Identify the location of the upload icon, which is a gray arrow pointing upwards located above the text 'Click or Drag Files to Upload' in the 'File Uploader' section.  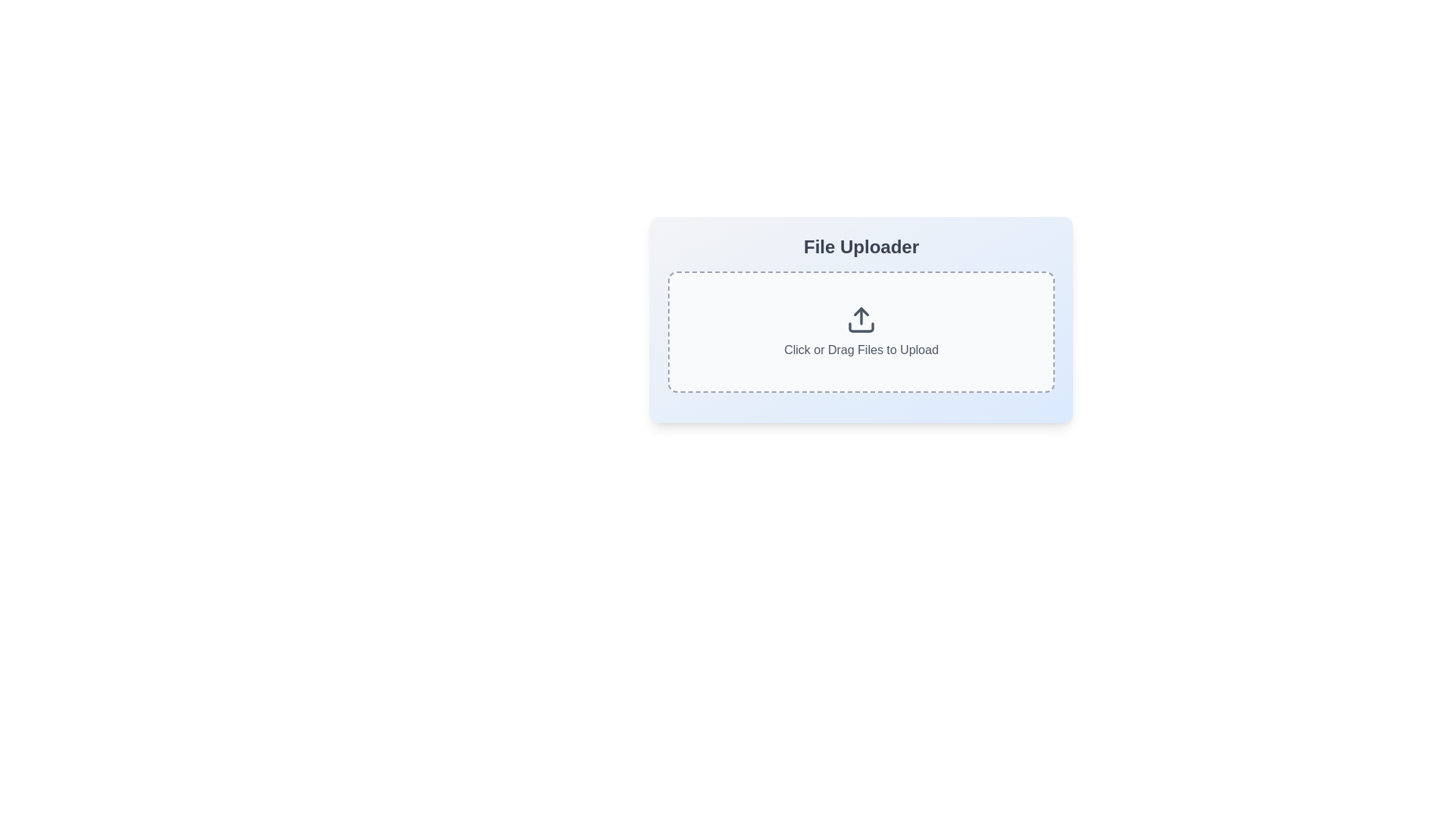
(861, 318).